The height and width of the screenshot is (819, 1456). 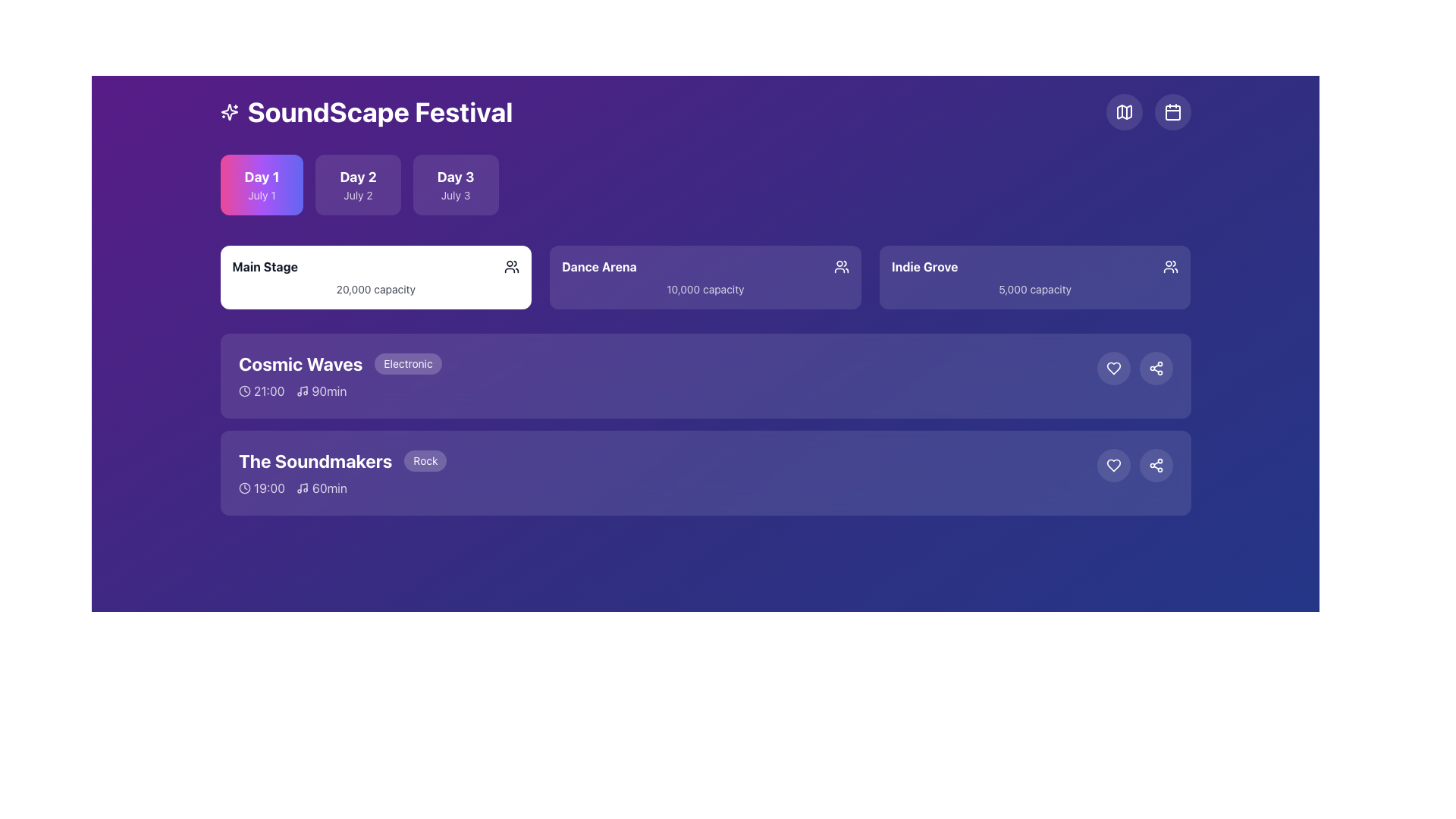 I want to click on the button labeled 'Day 3' with a white, semi-transparent background and rounded corners to change its appearance, so click(x=455, y=184).